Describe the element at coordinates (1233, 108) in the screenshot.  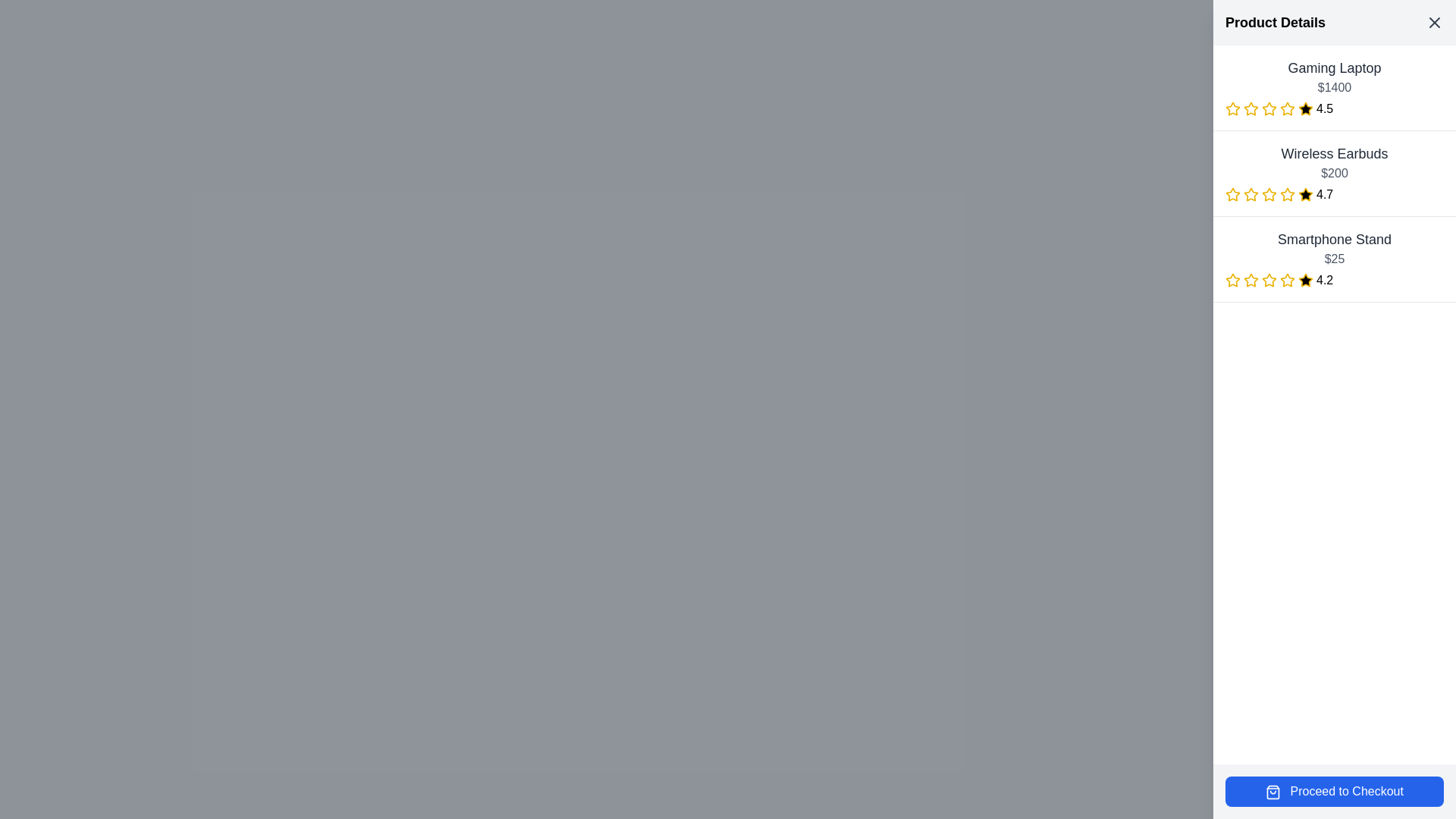
I see `the yellow star-shaped icon, which is the first star in the rating system for the 'Gaming Laptop' located in the 'Product Details' panel` at that location.